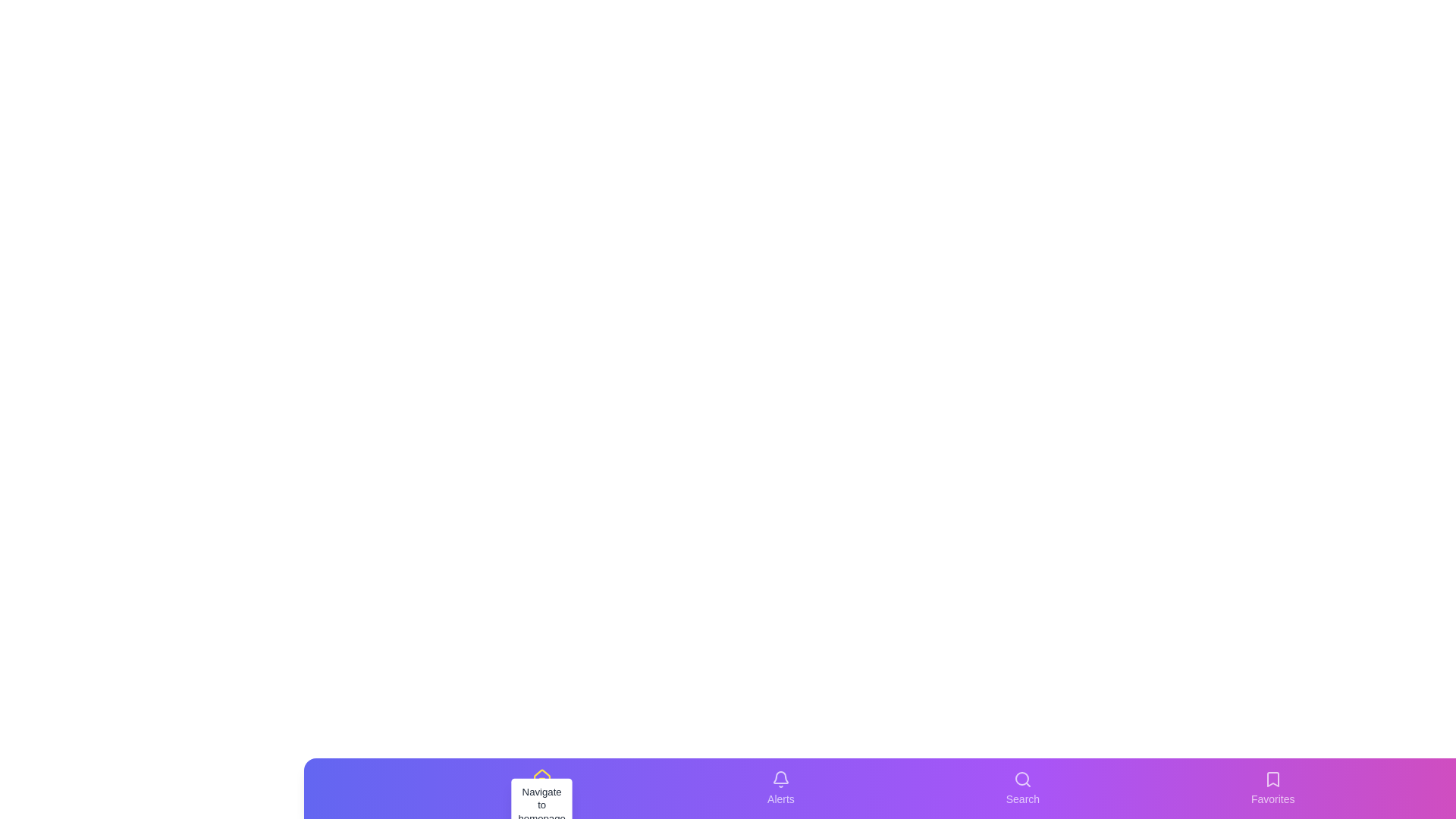 Image resolution: width=1456 pixels, height=819 pixels. I want to click on the tab labeled Alerts in the bottom navigation bar, so click(780, 788).